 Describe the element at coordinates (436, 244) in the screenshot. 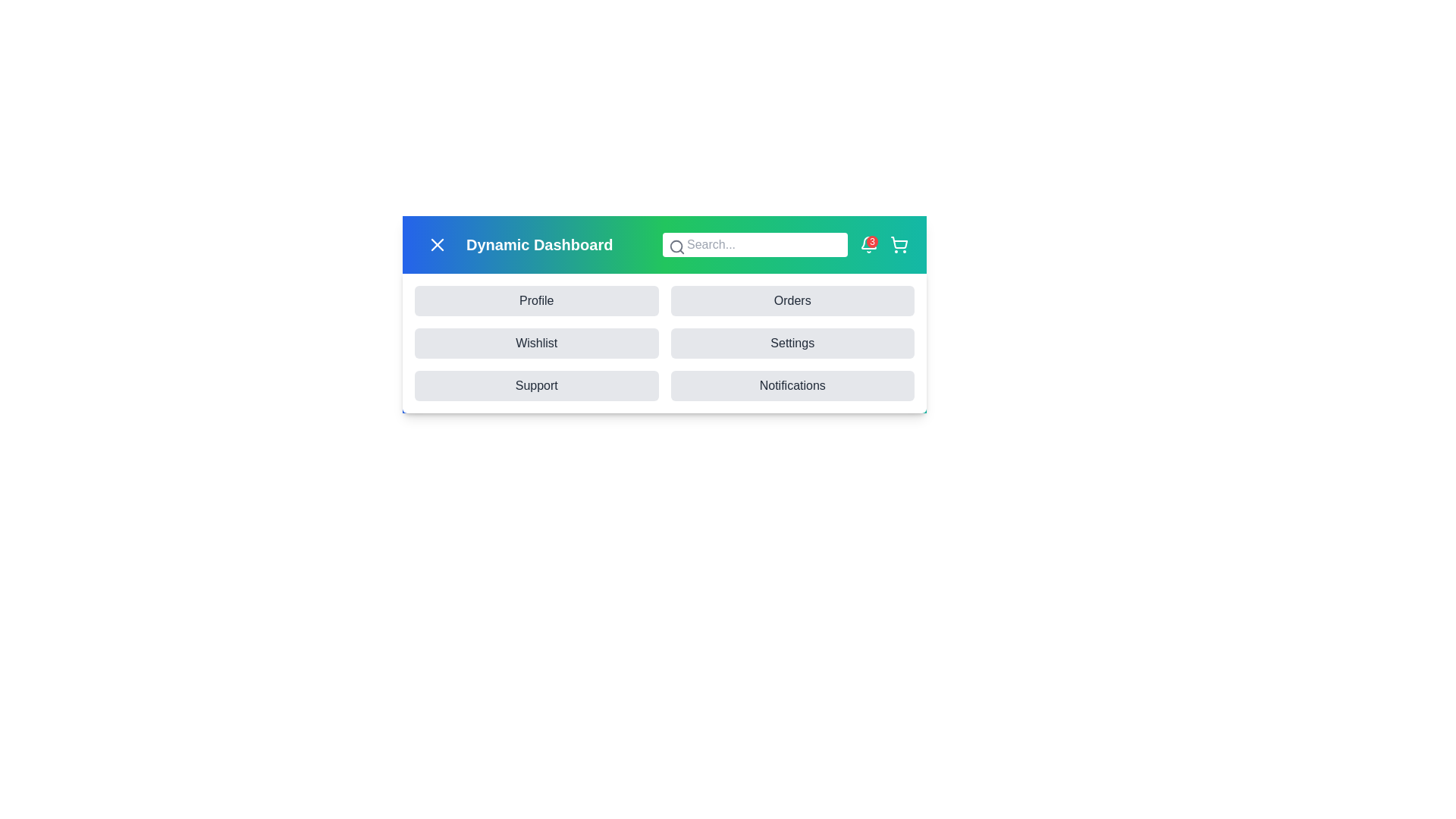

I see `the menu button to toggle the menu visibility` at that location.